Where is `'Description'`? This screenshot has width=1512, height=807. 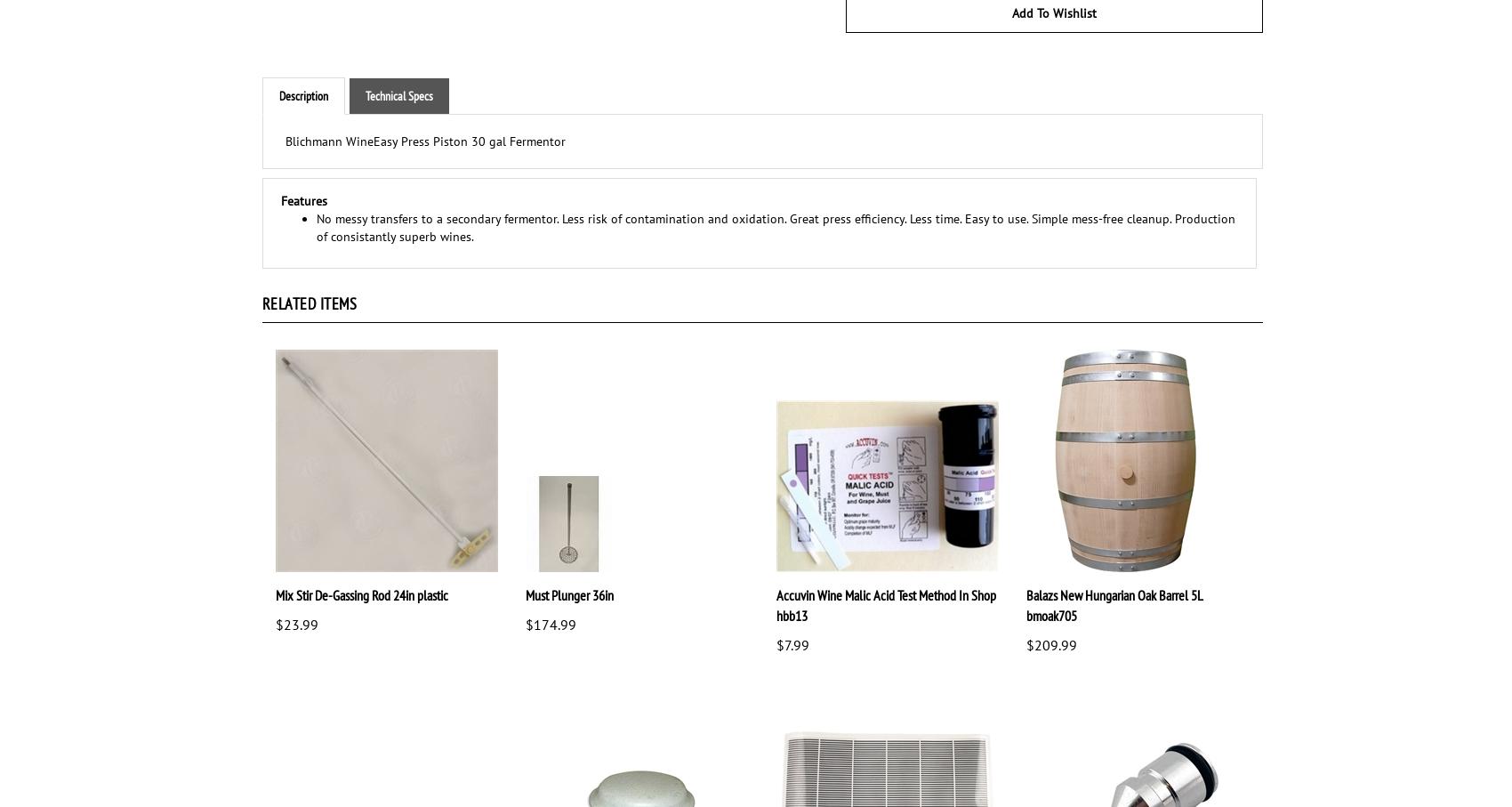
'Description' is located at coordinates (302, 95).